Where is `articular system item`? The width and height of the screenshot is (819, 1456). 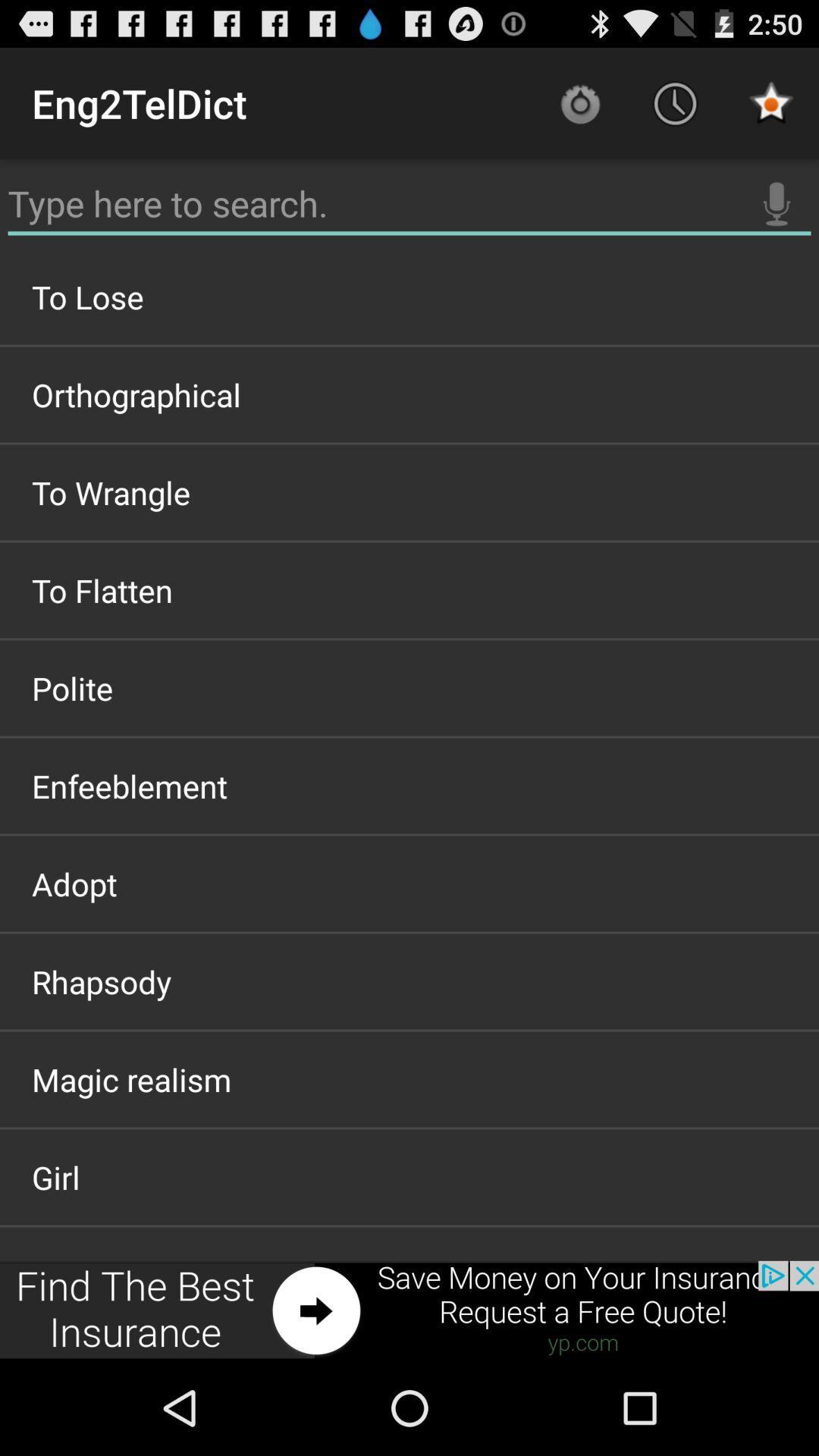 articular system item is located at coordinates (409, 1342).